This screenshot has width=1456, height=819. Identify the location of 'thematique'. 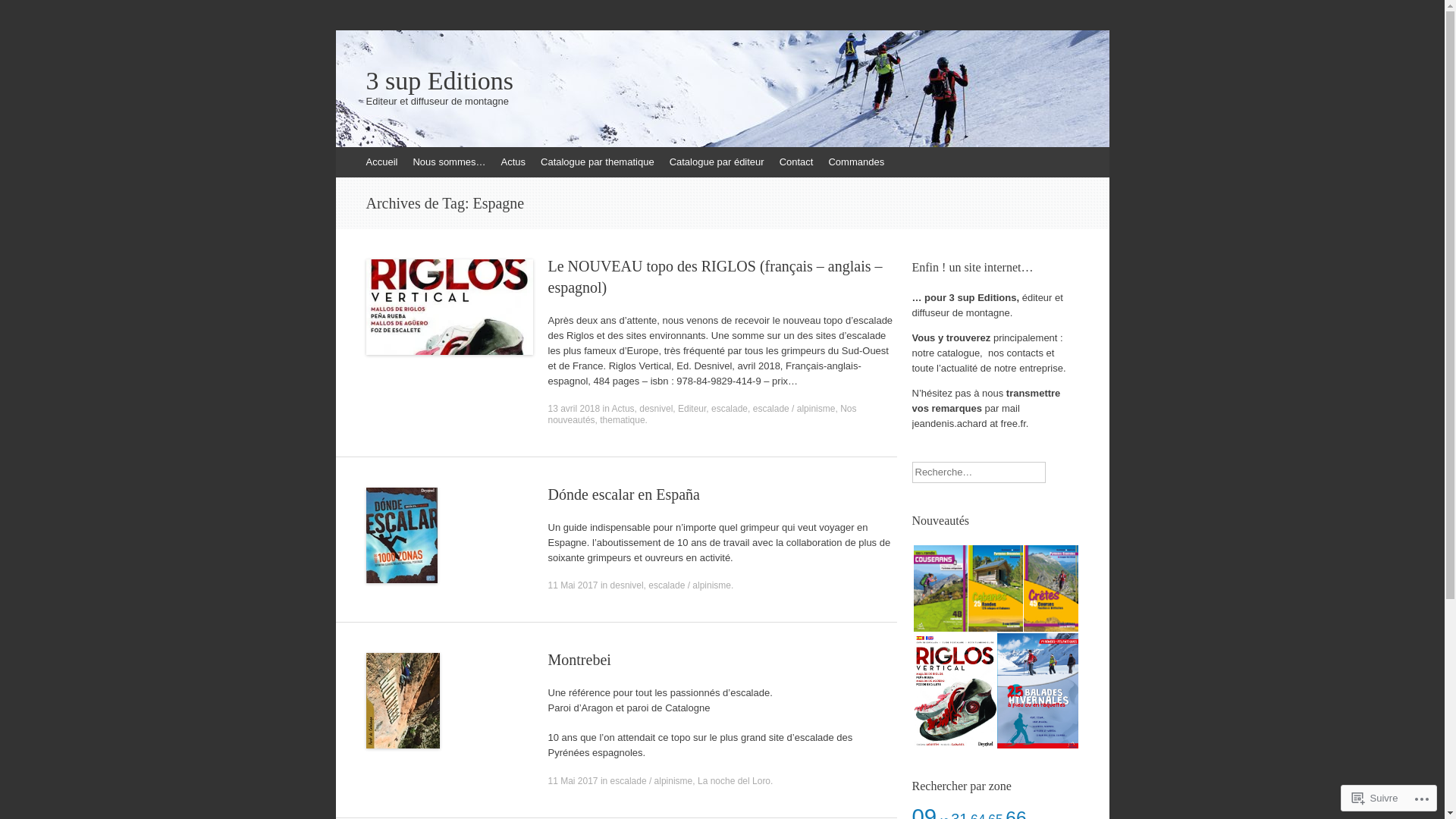
(622, 420).